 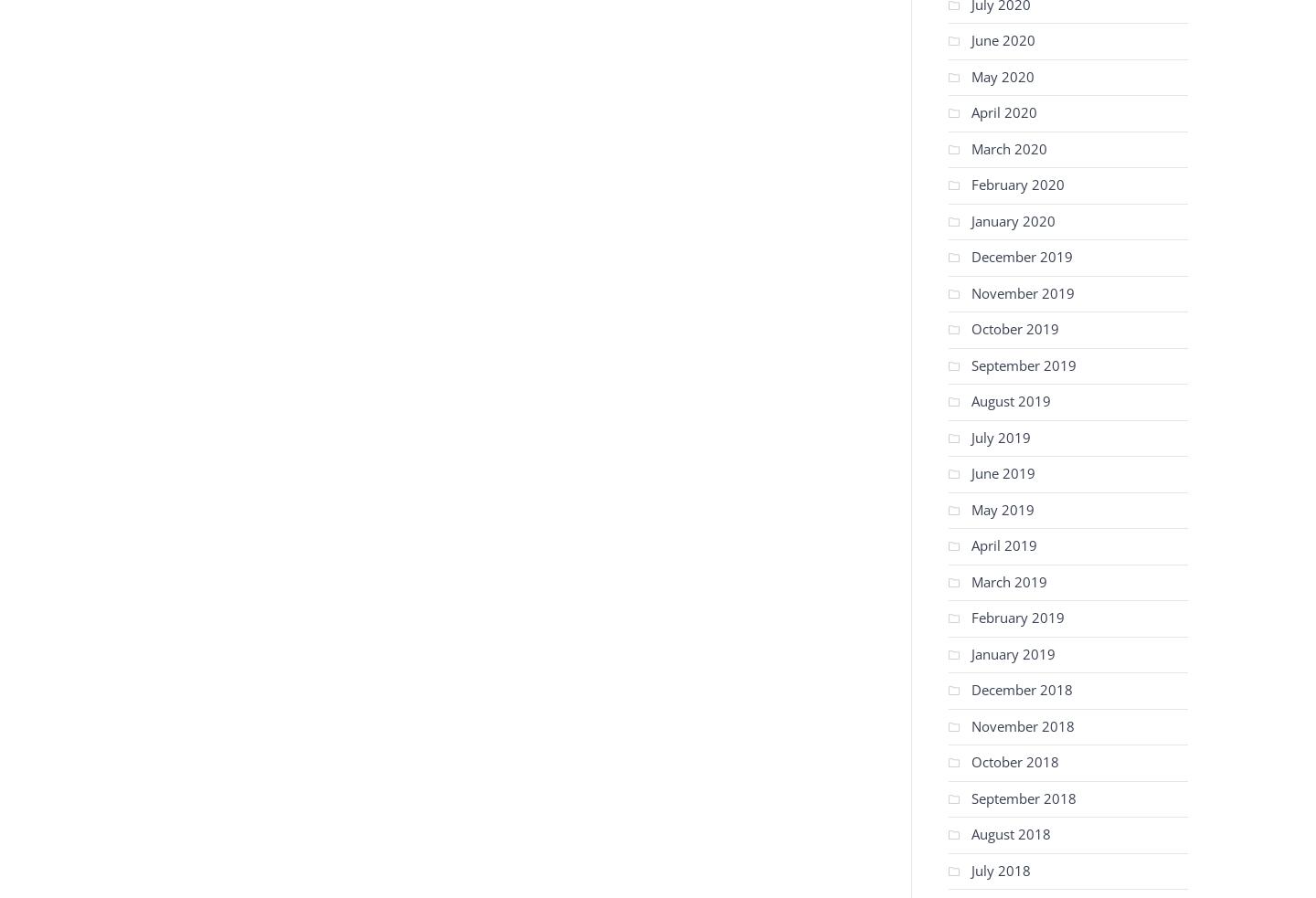 I want to click on 'June 2019', so click(x=1003, y=473).